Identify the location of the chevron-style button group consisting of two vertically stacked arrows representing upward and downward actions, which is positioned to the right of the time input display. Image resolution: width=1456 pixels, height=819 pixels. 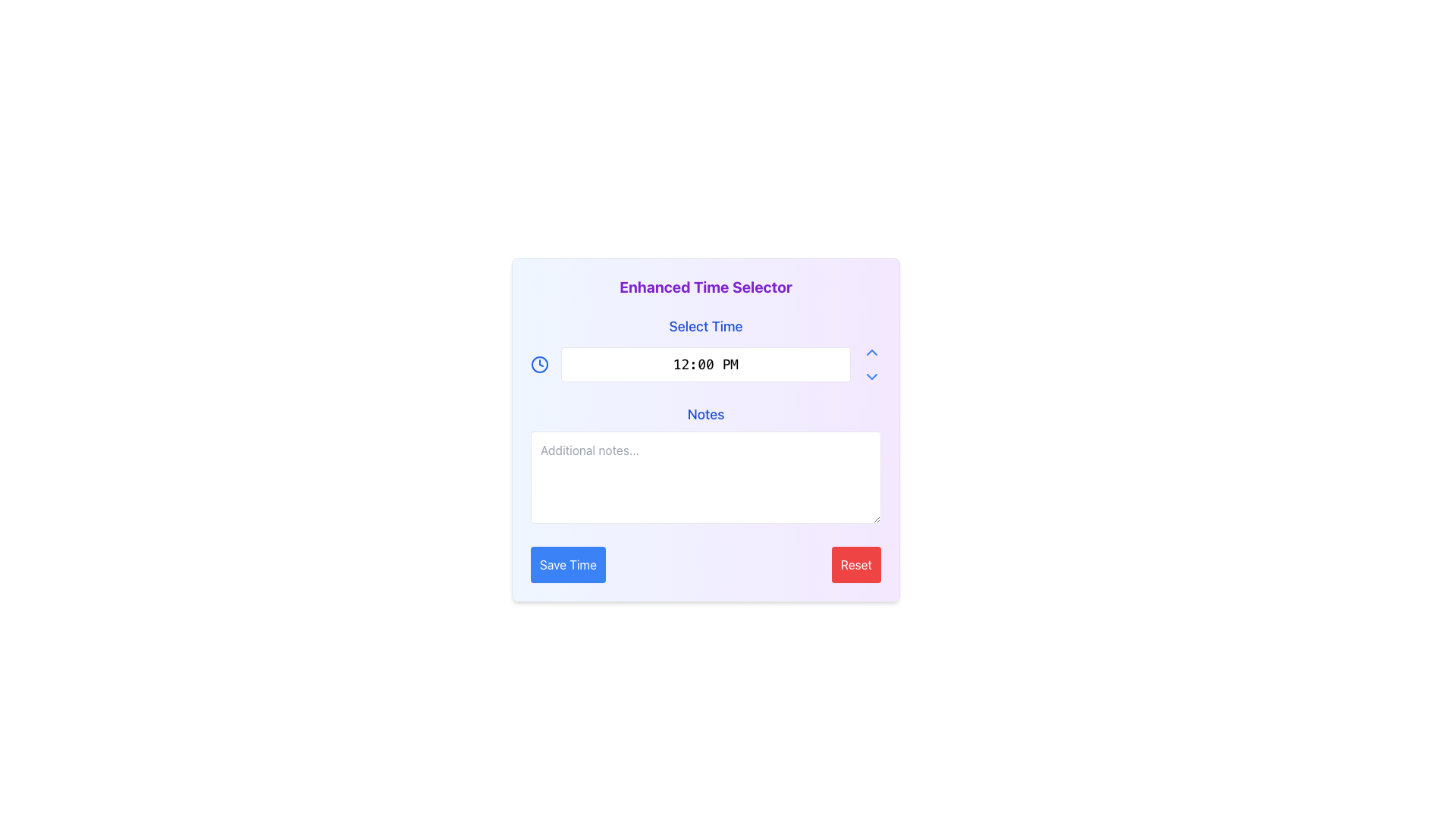
(872, 365).